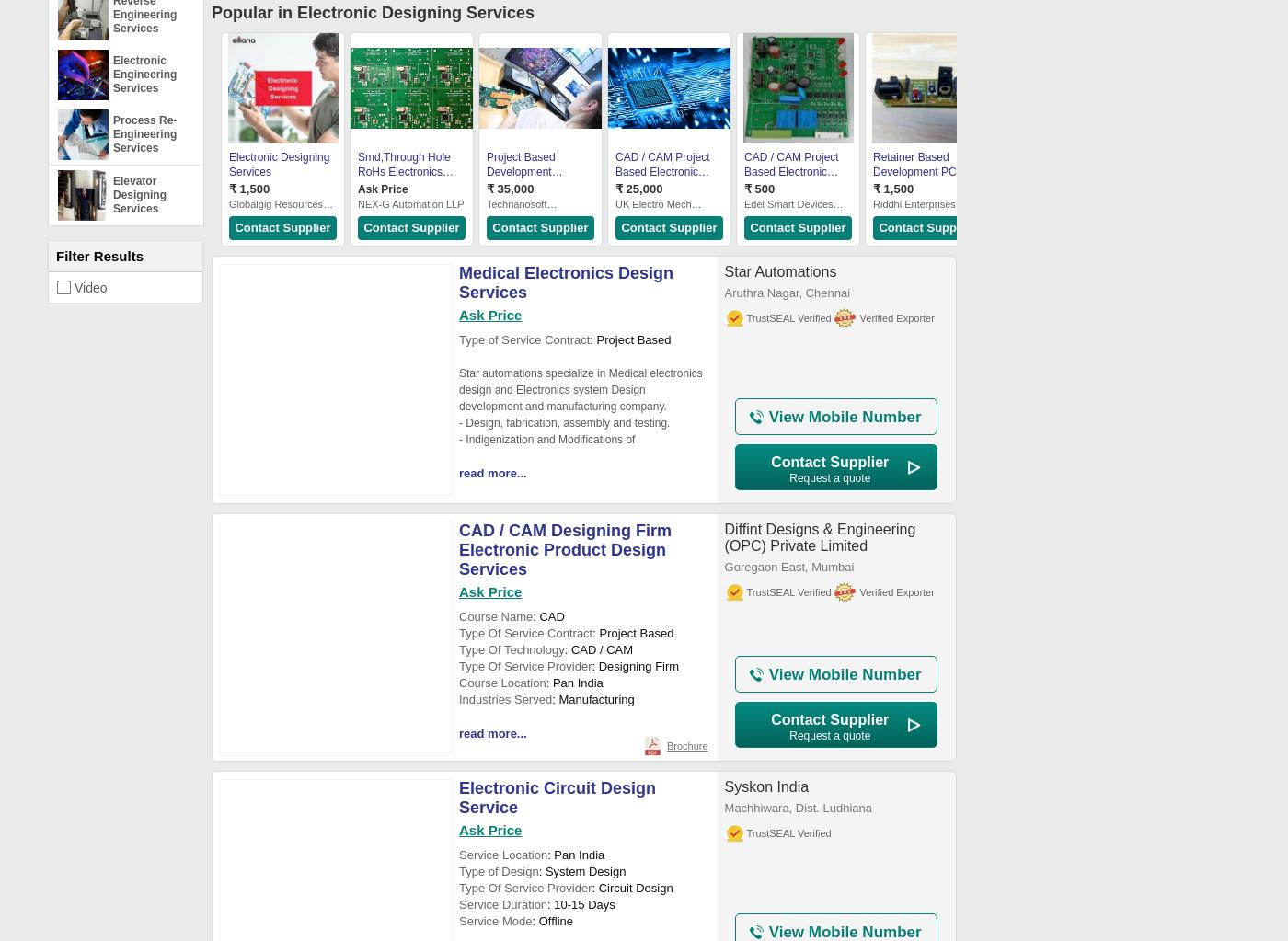  What do you see at coordinates (1002, 178) in the screenshot?
I see `'Designing Firm Retainer Based Electronic Power Circuit Design Service'` at bounding box center [1002, 178].